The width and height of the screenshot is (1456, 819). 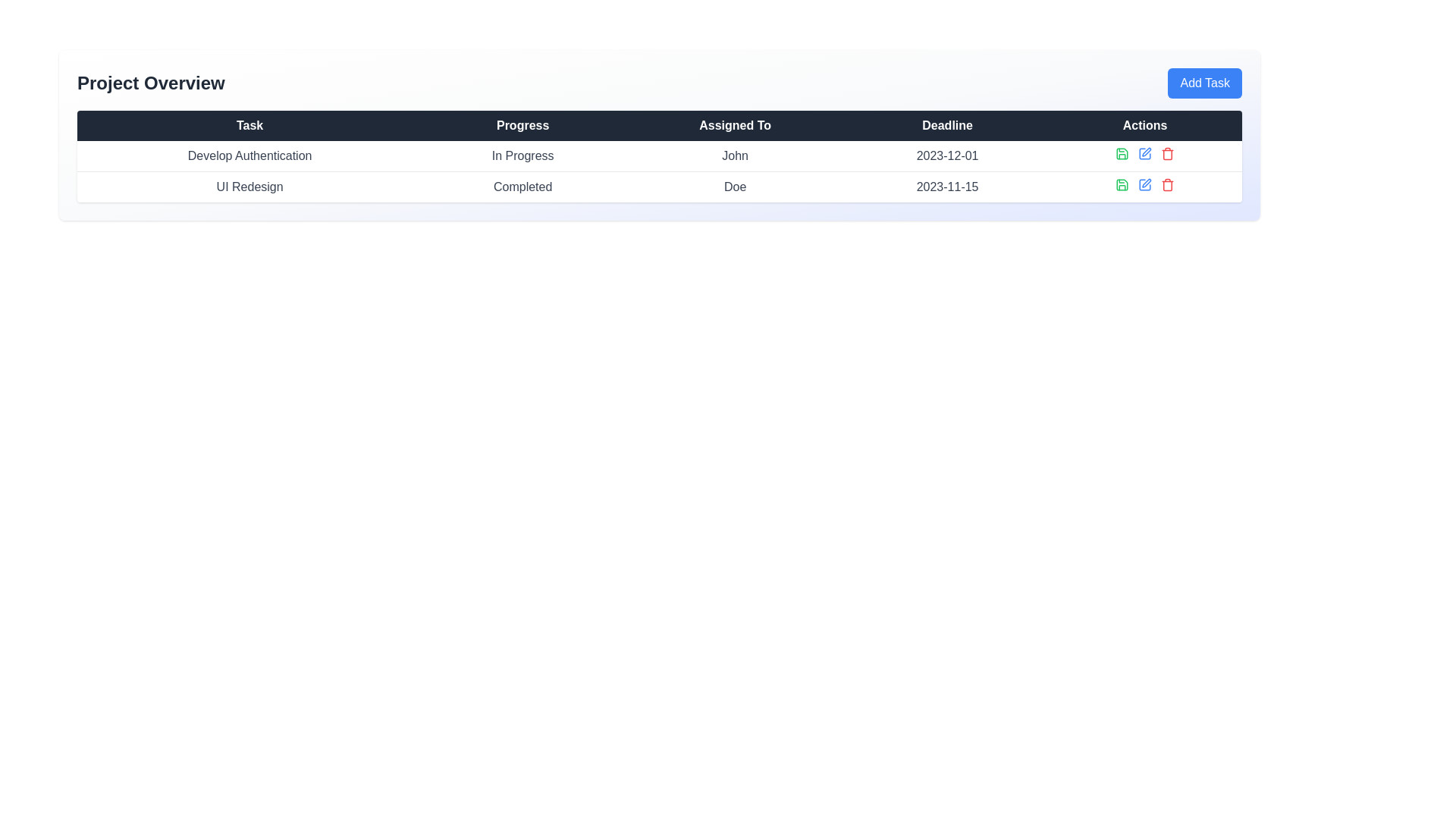 I want to click on the pen icon button located in the 'Actions' column for the task 'Develop Authentication', which signifies an edit action, so click(x=1147, y=152).